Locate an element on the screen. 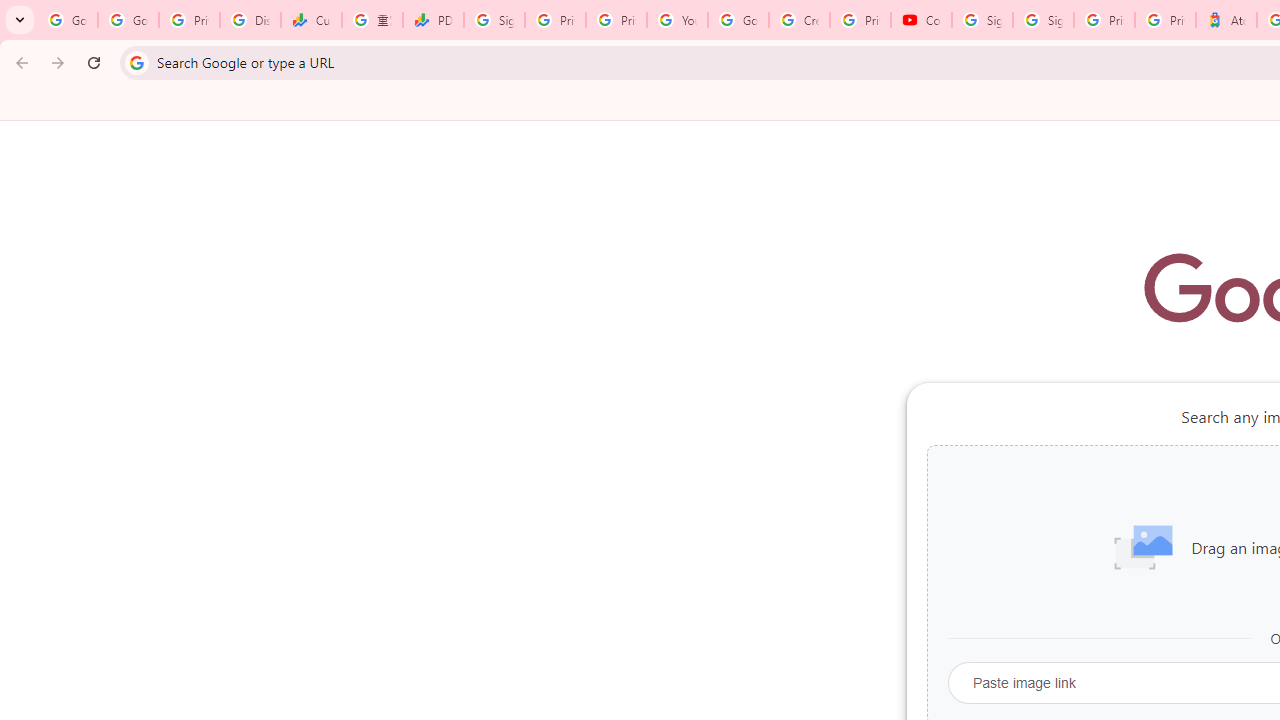 The image size is (1280, 720). 'Atour Hotel - Google hotels' is located at coordinates (1225, 20).